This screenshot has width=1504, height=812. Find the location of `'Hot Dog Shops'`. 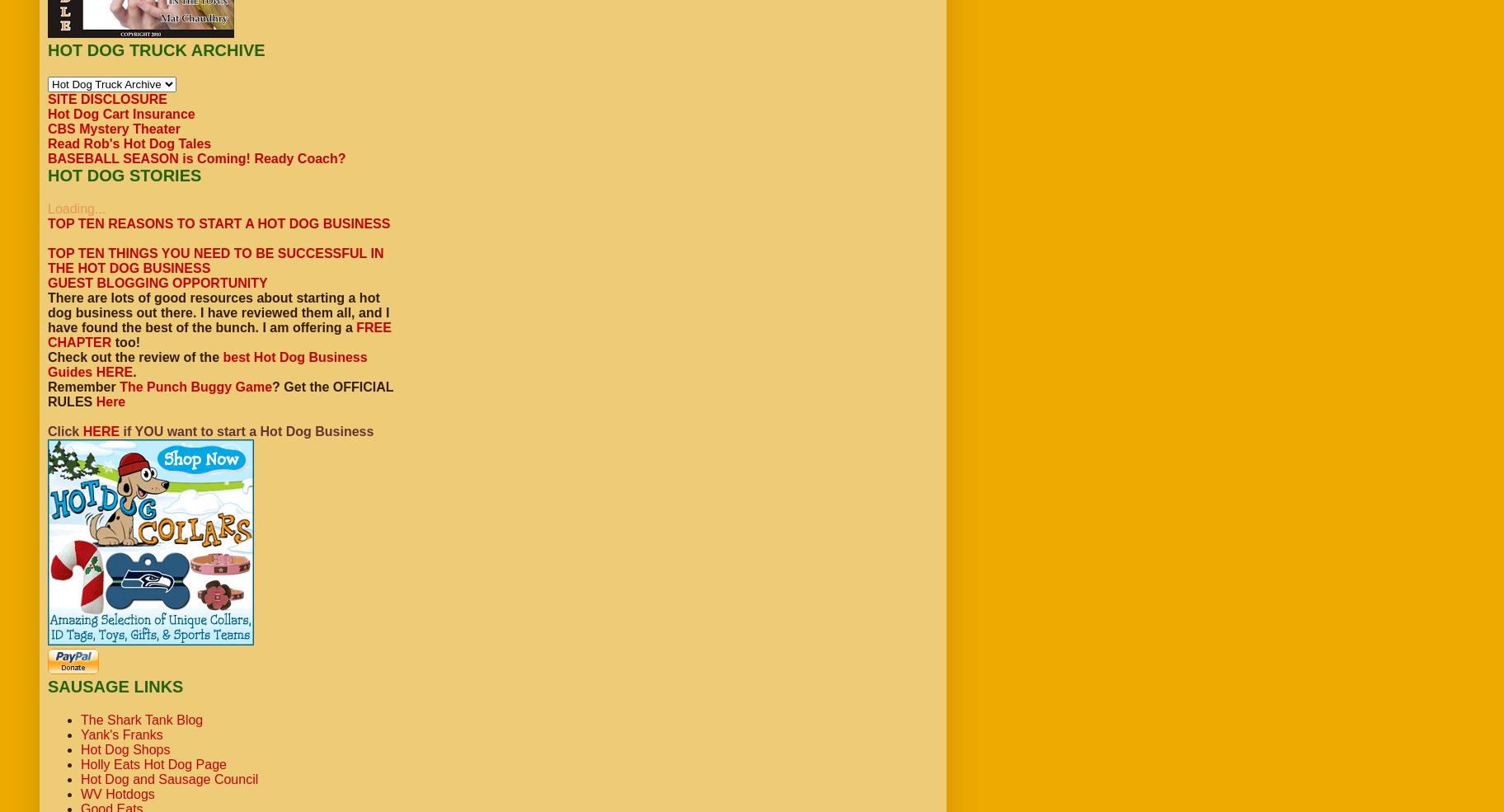

'Hot Dog Shops' is located at coordinates (124, 749).